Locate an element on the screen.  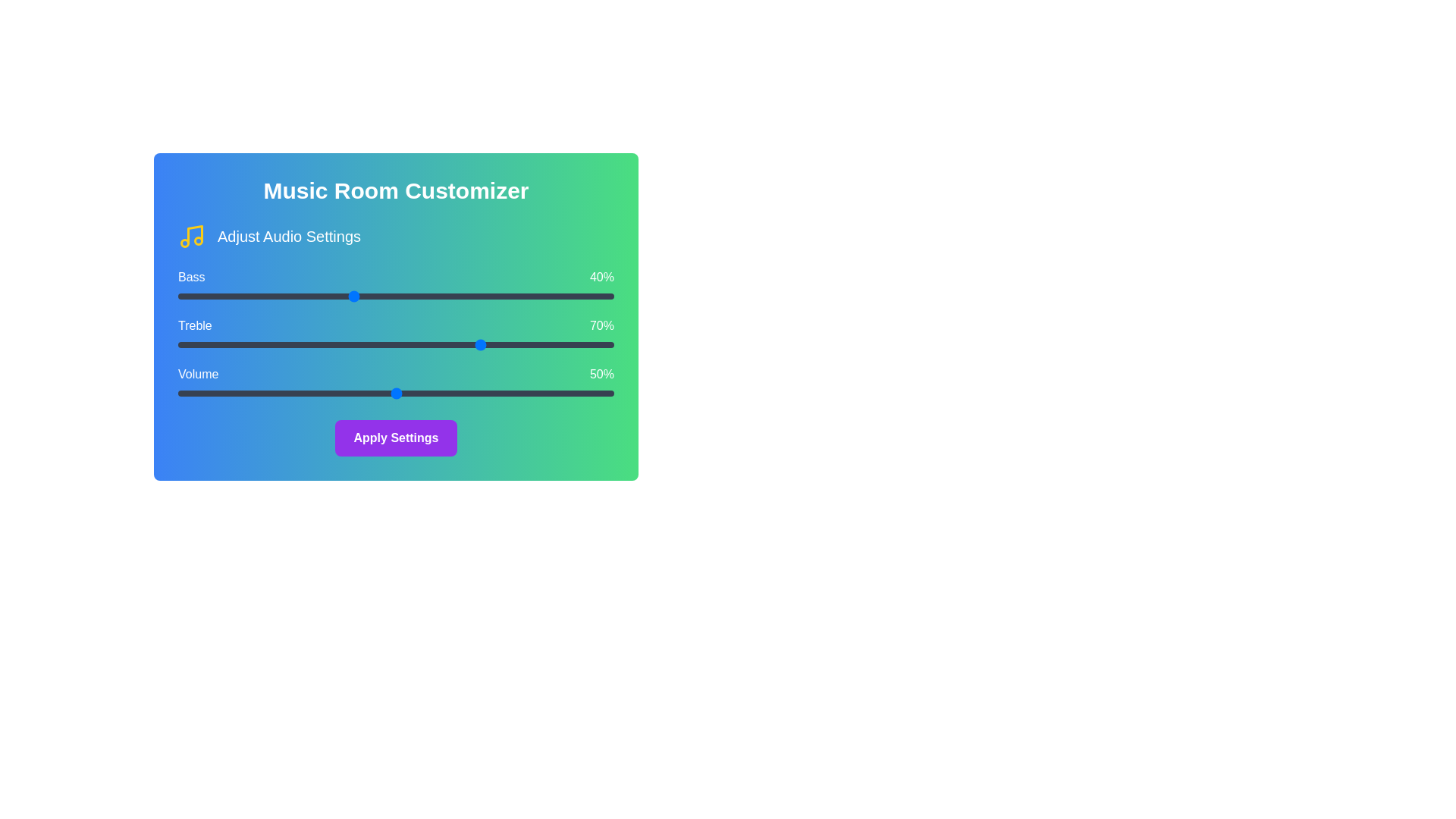
the bass slider to 60% is located at coordinates (439, 296).